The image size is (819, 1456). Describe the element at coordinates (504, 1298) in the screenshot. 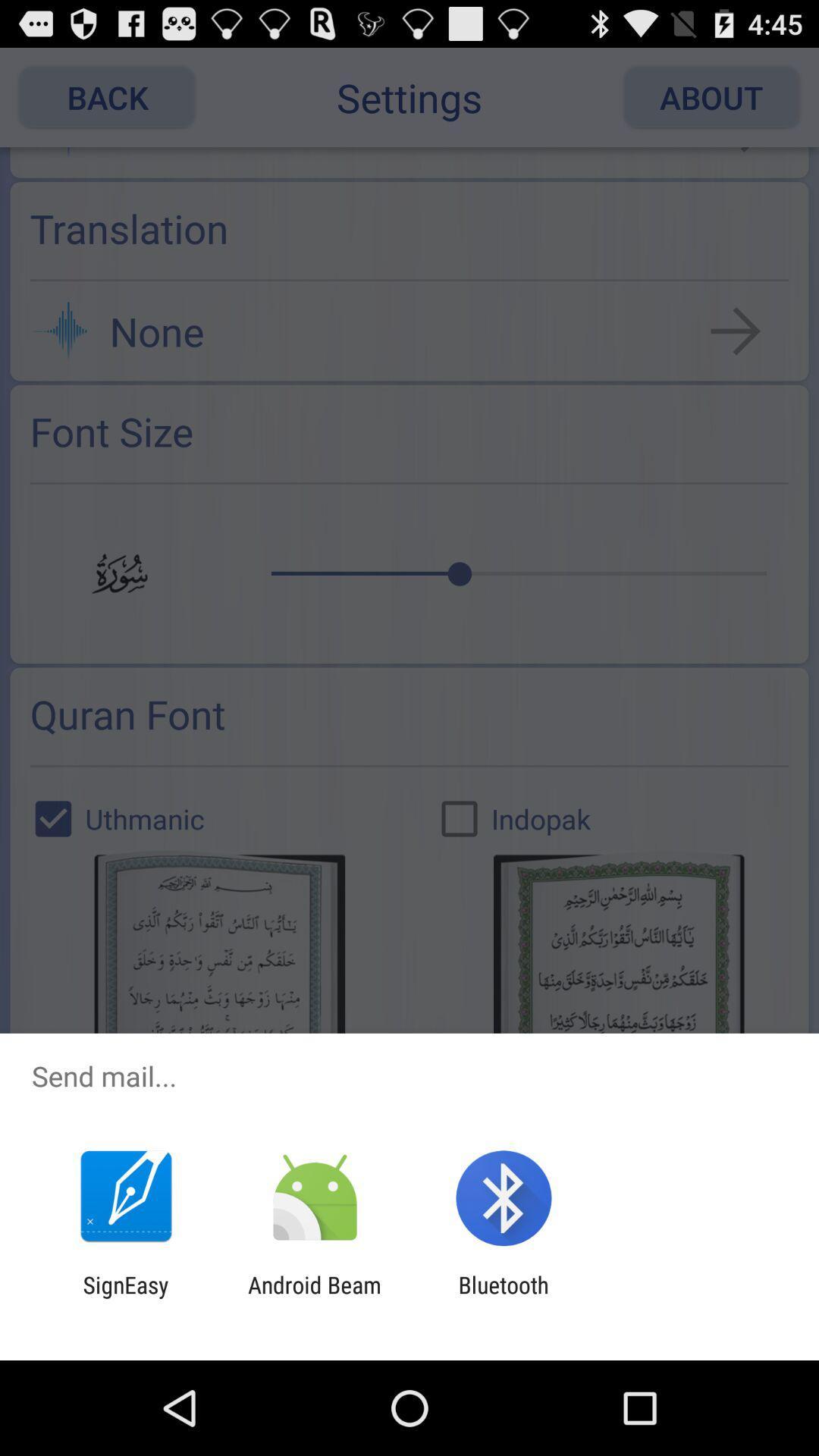

I see `the bluetooth` at that location.